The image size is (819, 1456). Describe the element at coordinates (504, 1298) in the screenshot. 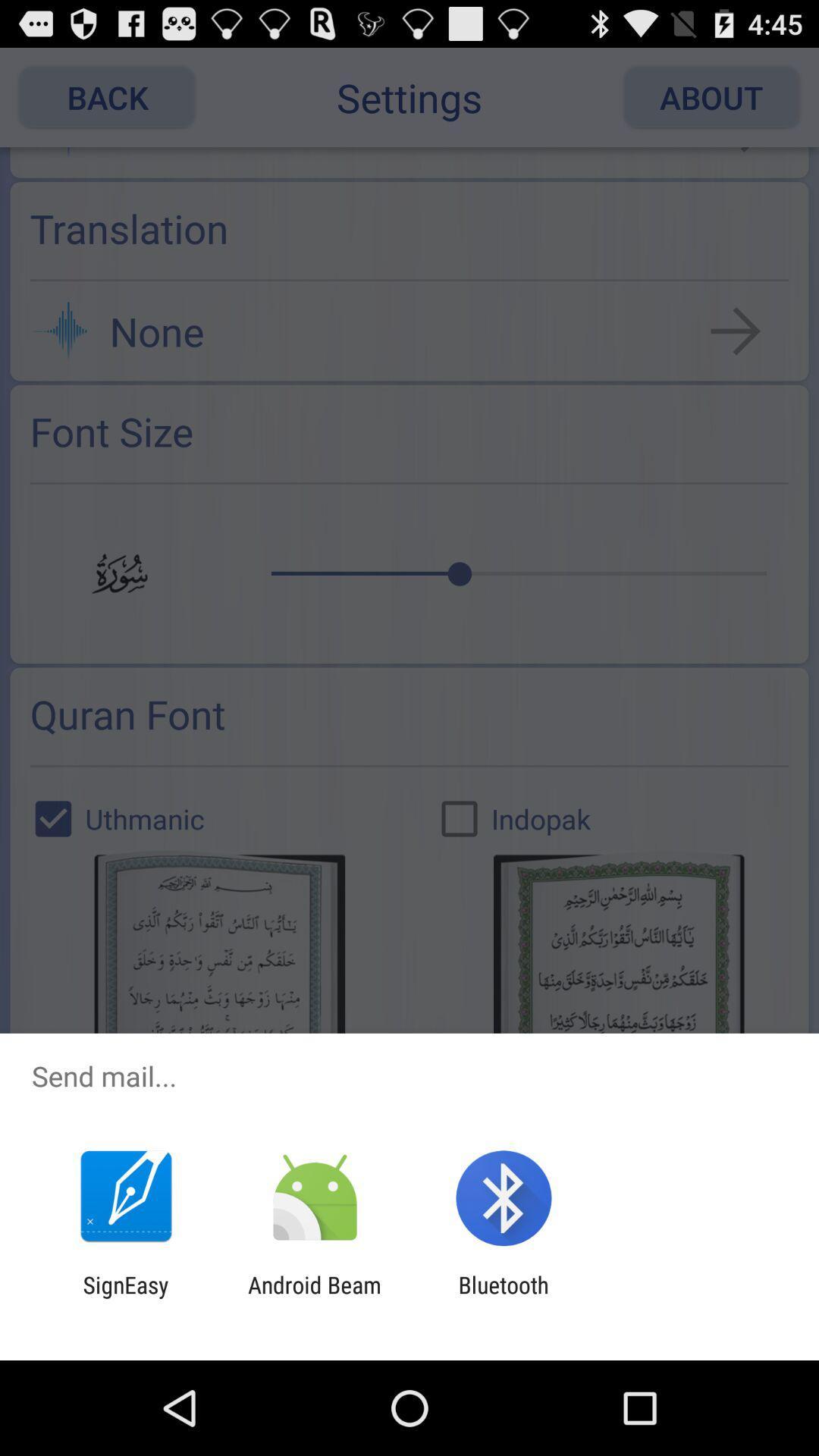

I see `the bluetooth` at that location.